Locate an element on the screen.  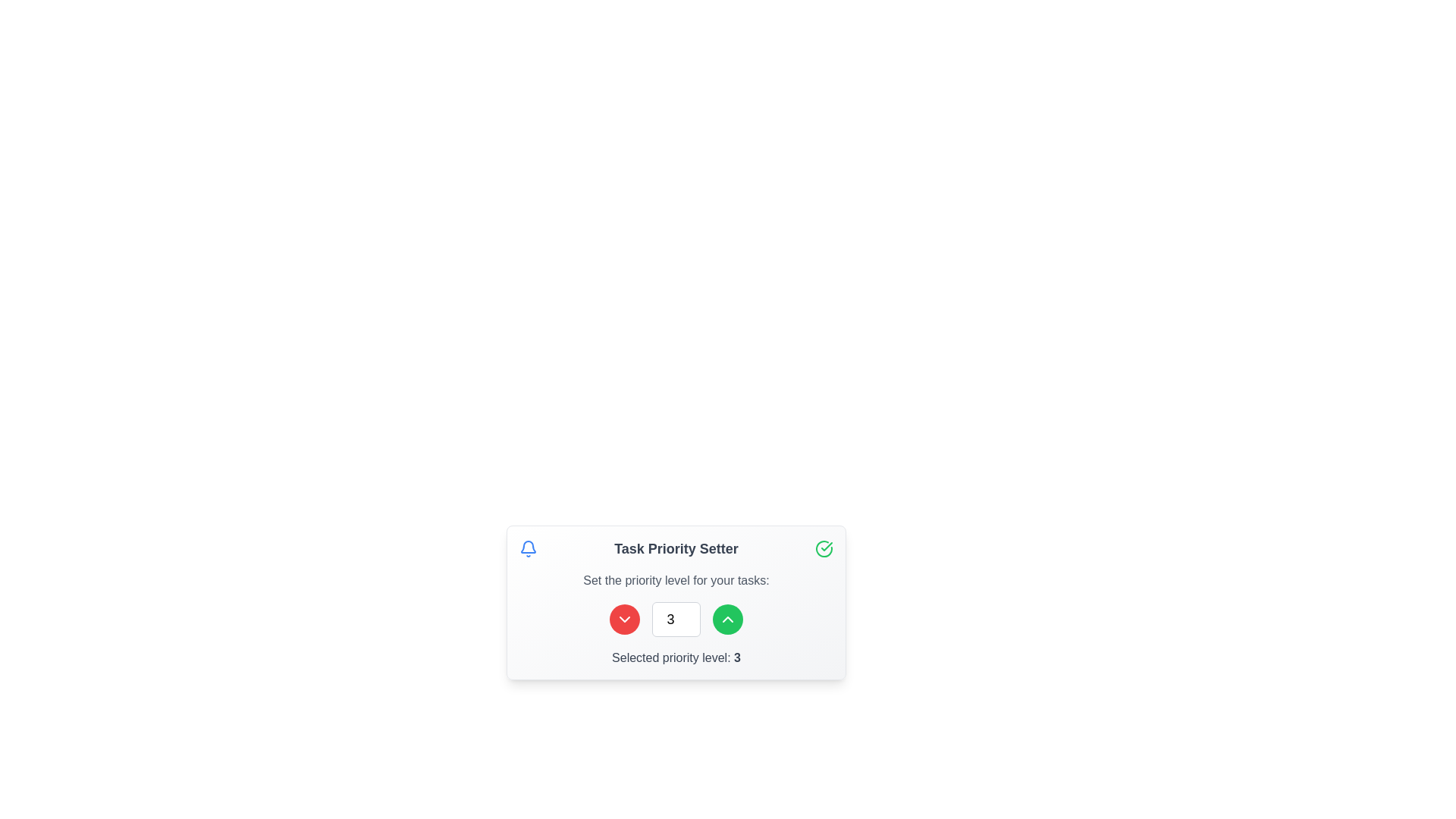
the button that increases the numerical value for priority levels, located rightmost among sibling elements and adjacent to a red circular button with a downward chevron is located at coordinates (728, 620).